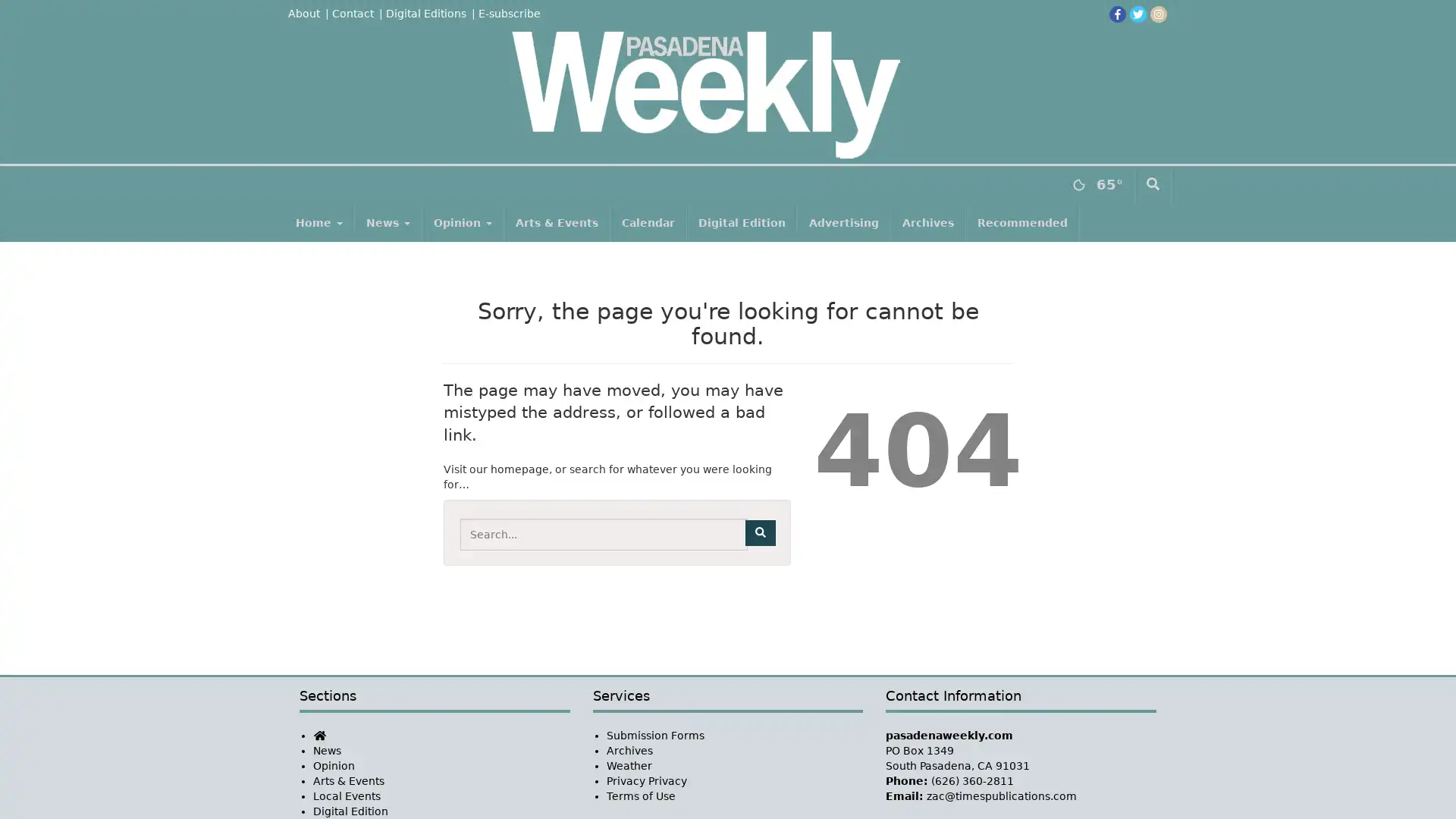 This screenshot has width=1456, height=819. I want to click on Search, so click(760, 532).